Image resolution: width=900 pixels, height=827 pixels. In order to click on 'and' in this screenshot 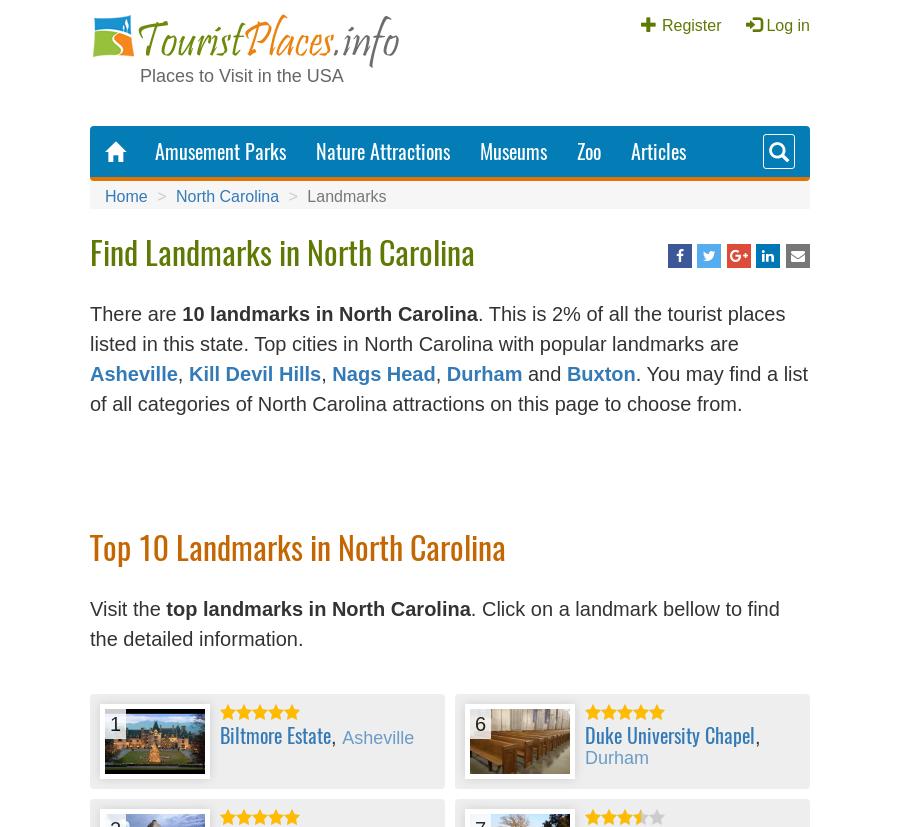, I will do `click(542, 372)`.